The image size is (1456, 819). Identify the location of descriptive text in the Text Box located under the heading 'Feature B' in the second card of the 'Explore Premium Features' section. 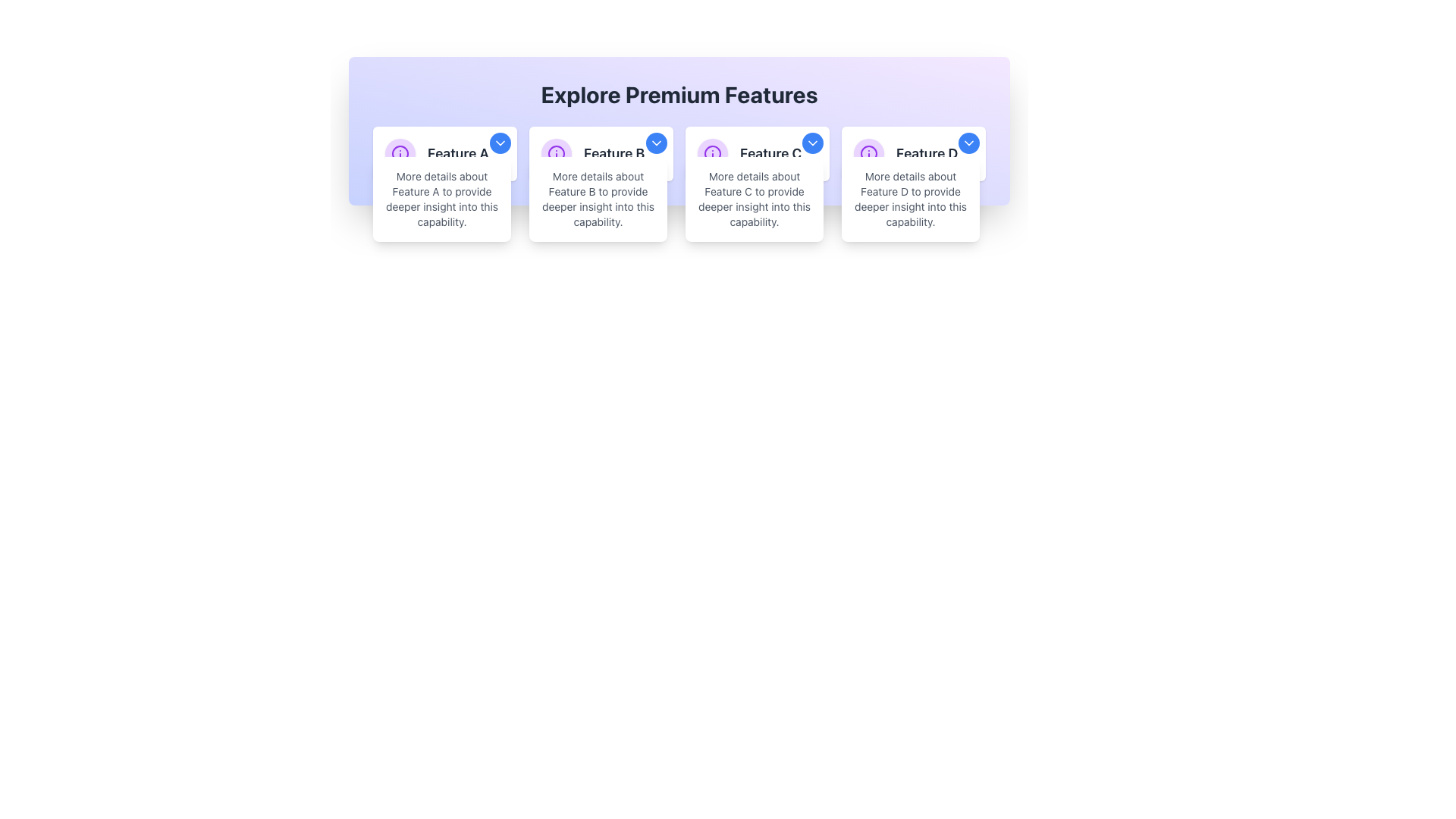
(597, 198).